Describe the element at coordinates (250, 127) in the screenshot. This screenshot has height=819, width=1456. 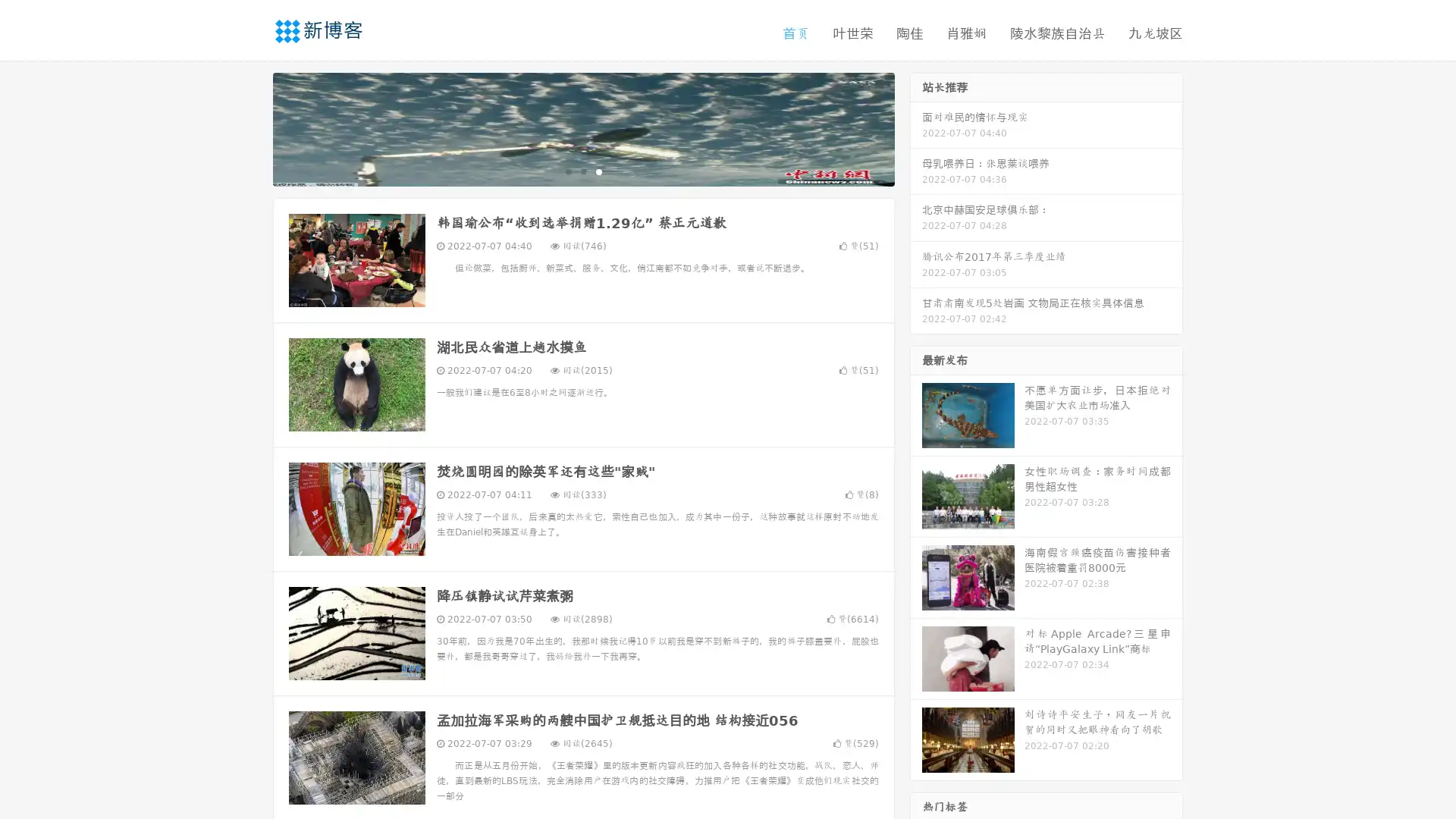
I see `Previous slide` at that location.